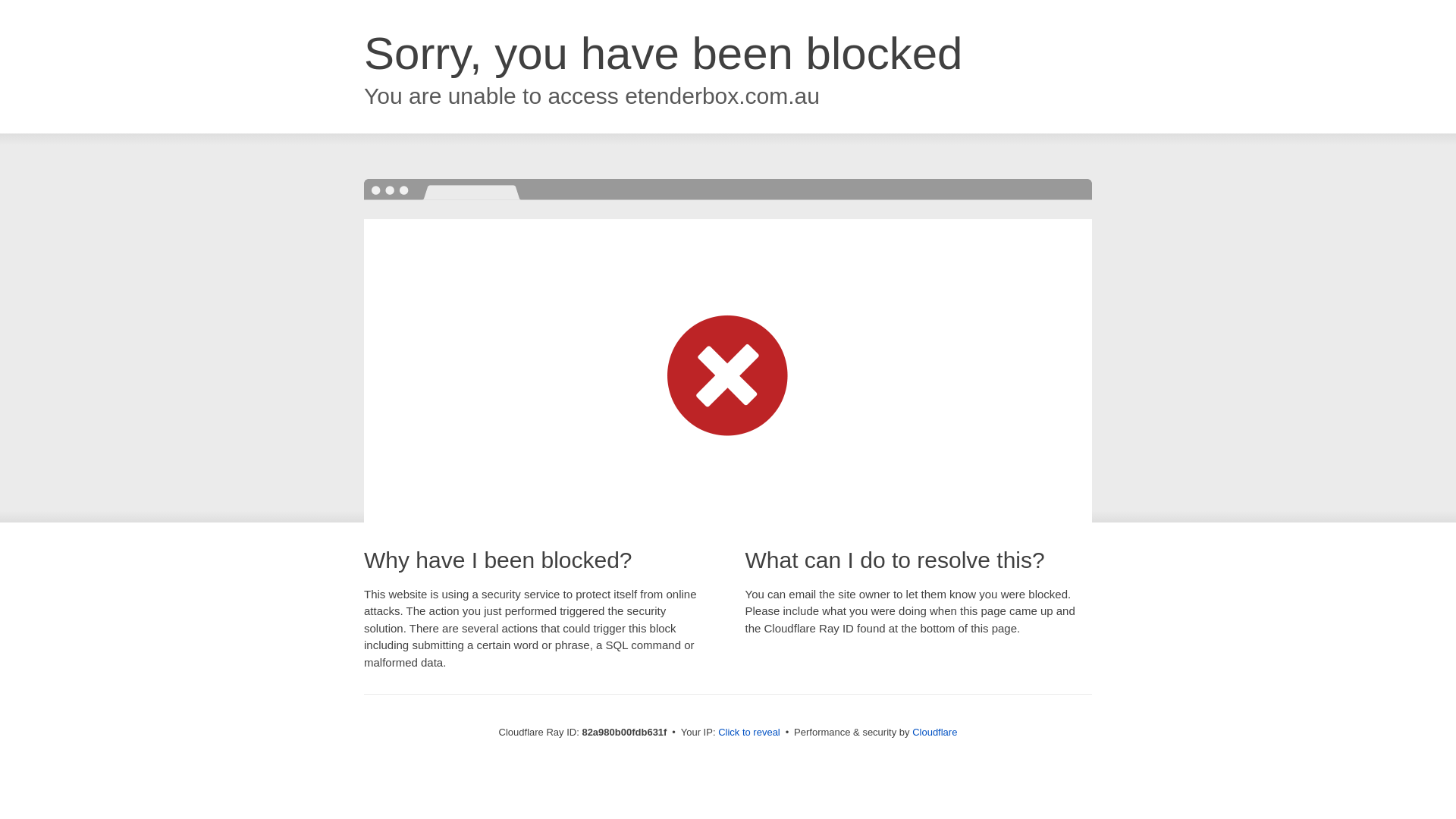 The height and width of the screenshot is (819, 1456). I want to click on 'Cloudflare', so click(934, 731).